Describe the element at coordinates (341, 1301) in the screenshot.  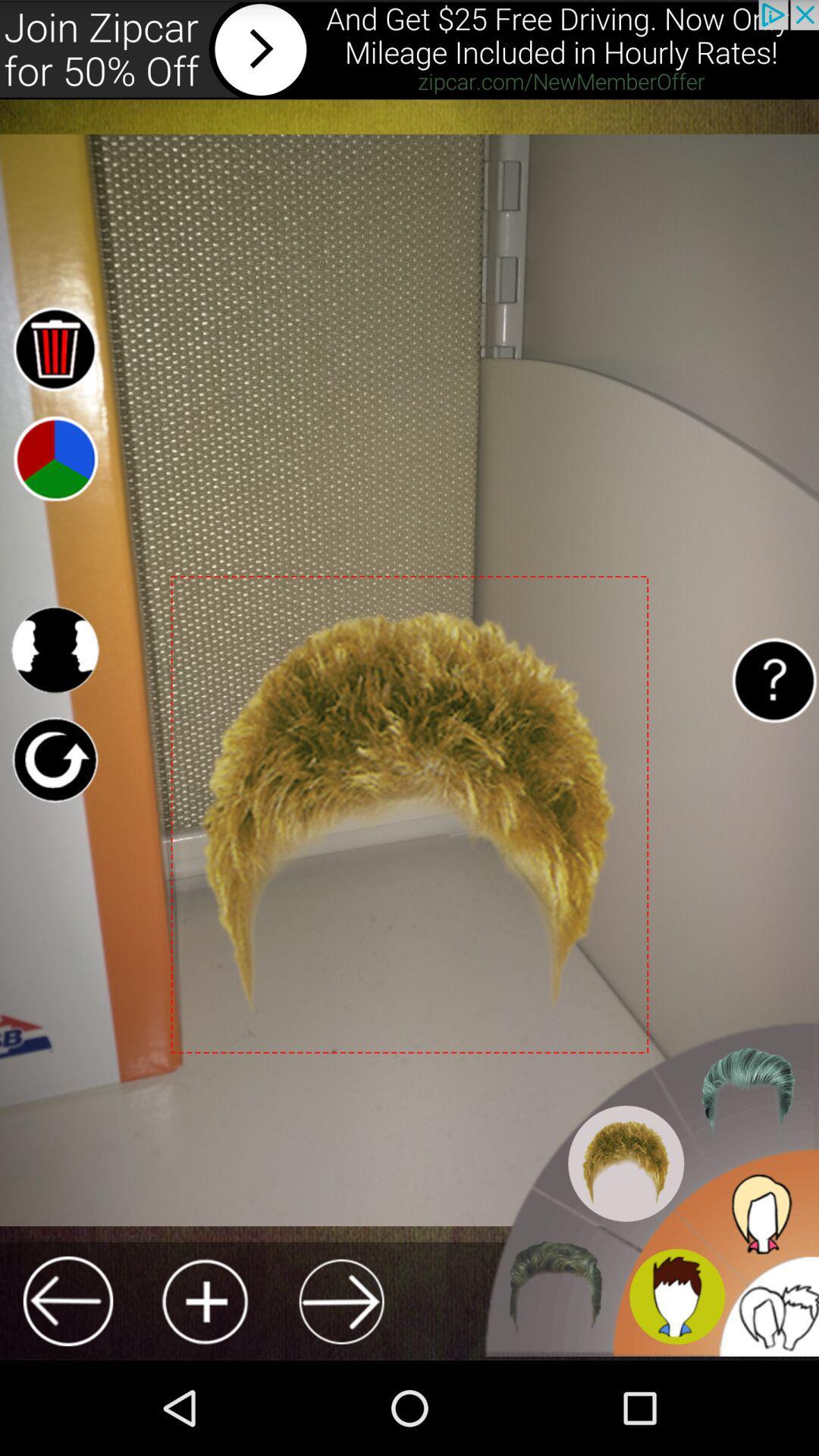
I see `next item` at that location.